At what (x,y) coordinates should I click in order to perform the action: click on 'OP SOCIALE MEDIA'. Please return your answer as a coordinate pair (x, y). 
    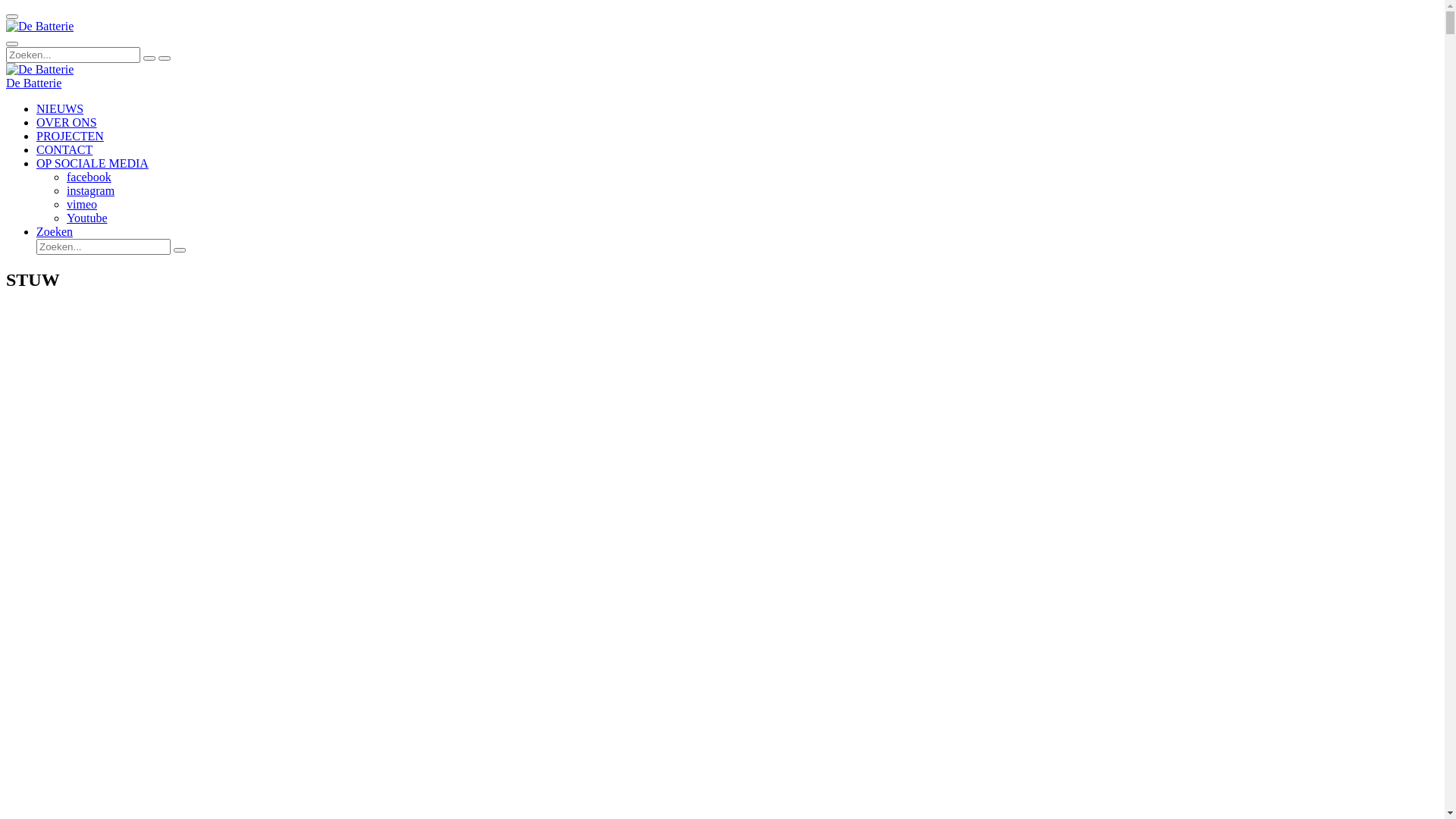
    Looking at the image, I should click on (91, 163).